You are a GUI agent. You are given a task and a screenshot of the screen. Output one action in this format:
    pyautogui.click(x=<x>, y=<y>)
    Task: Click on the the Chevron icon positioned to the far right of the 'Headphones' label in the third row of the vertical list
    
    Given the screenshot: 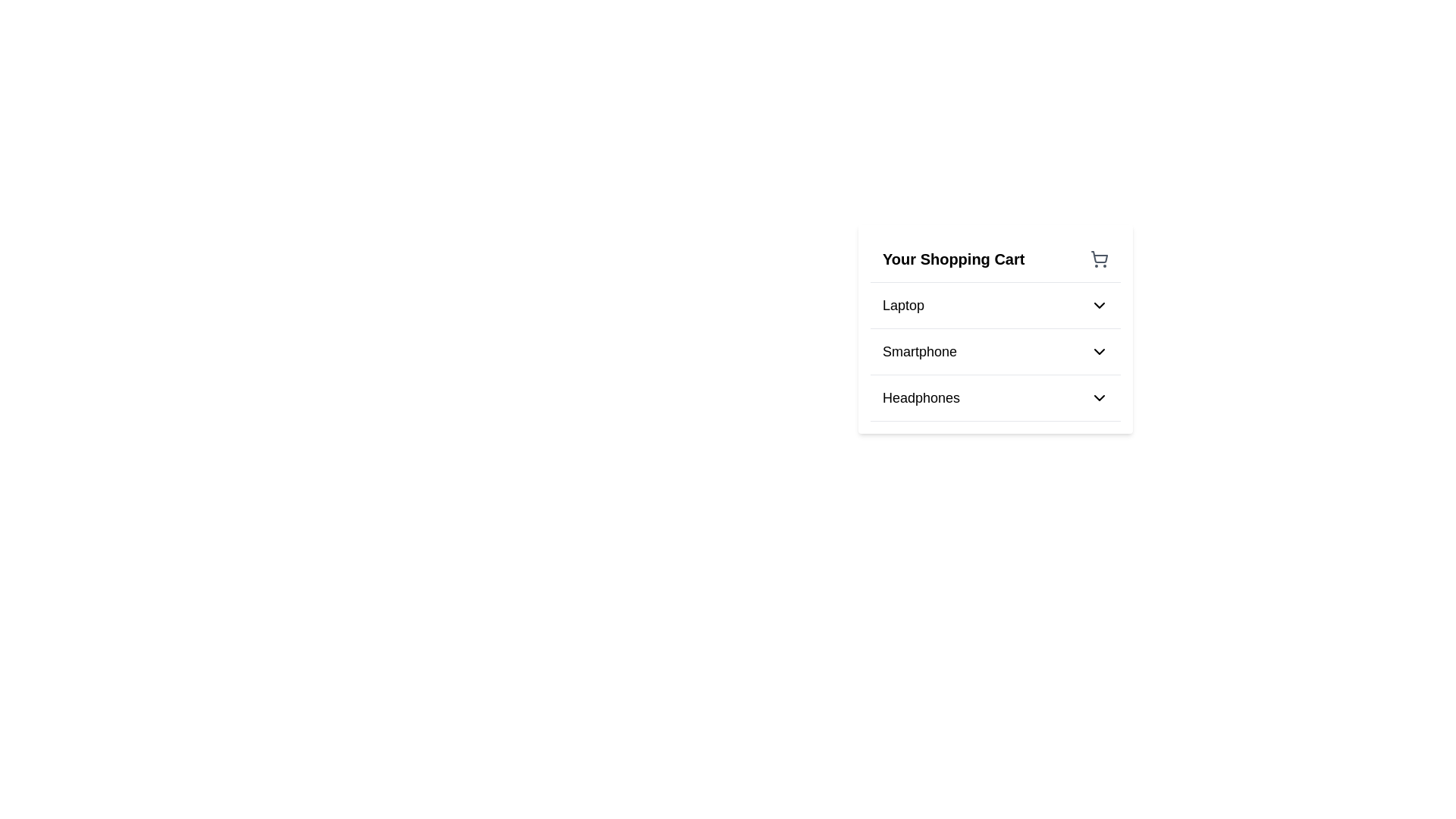 What is the action you would take?
    pyautogui.click(x=1099, y=397)
    